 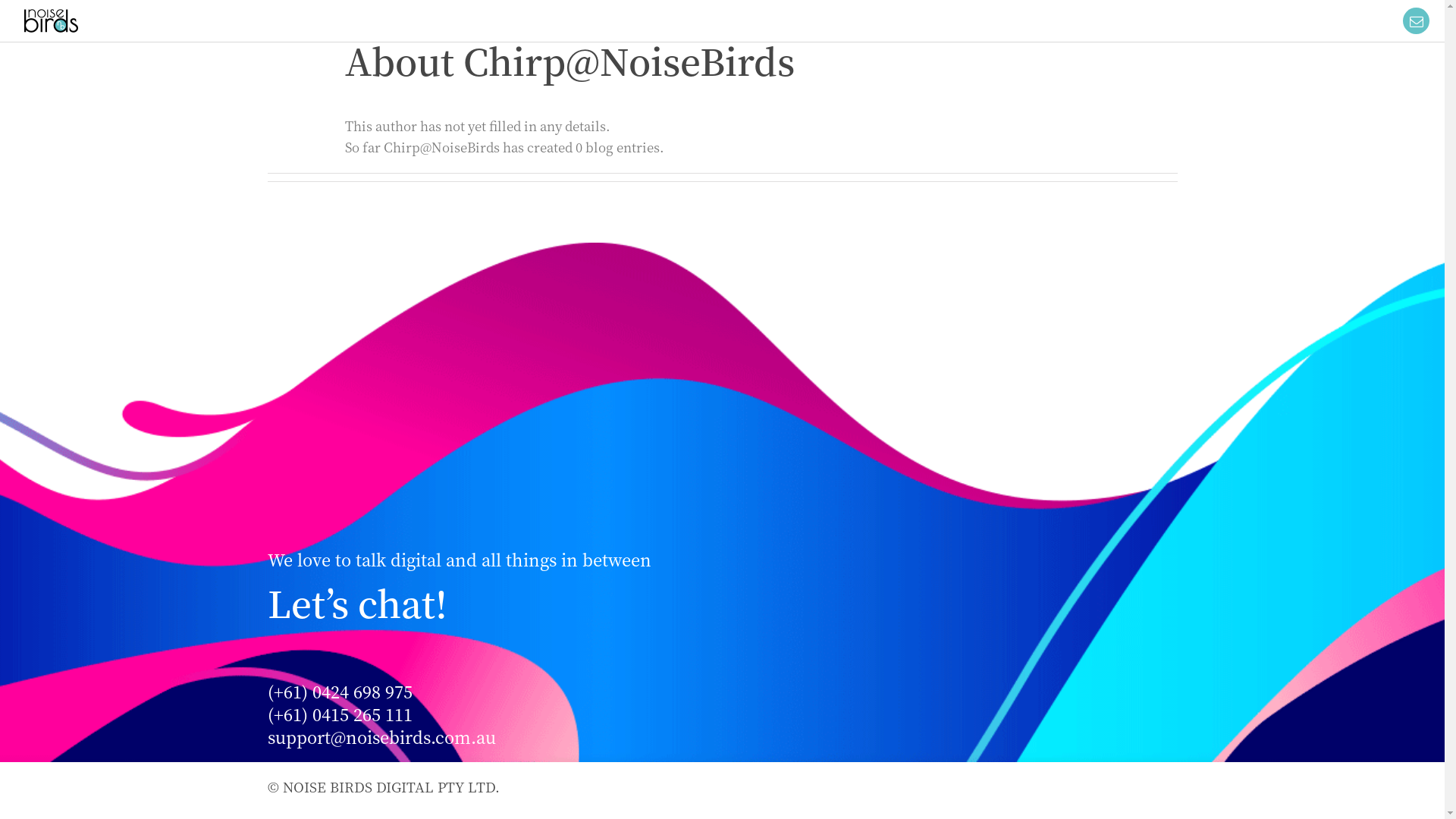 What do you see at coordinates (1415, 20) in the screenshot?
I see `'Toggle Sliding Bar Area'` at bounding box center [1415, 20].